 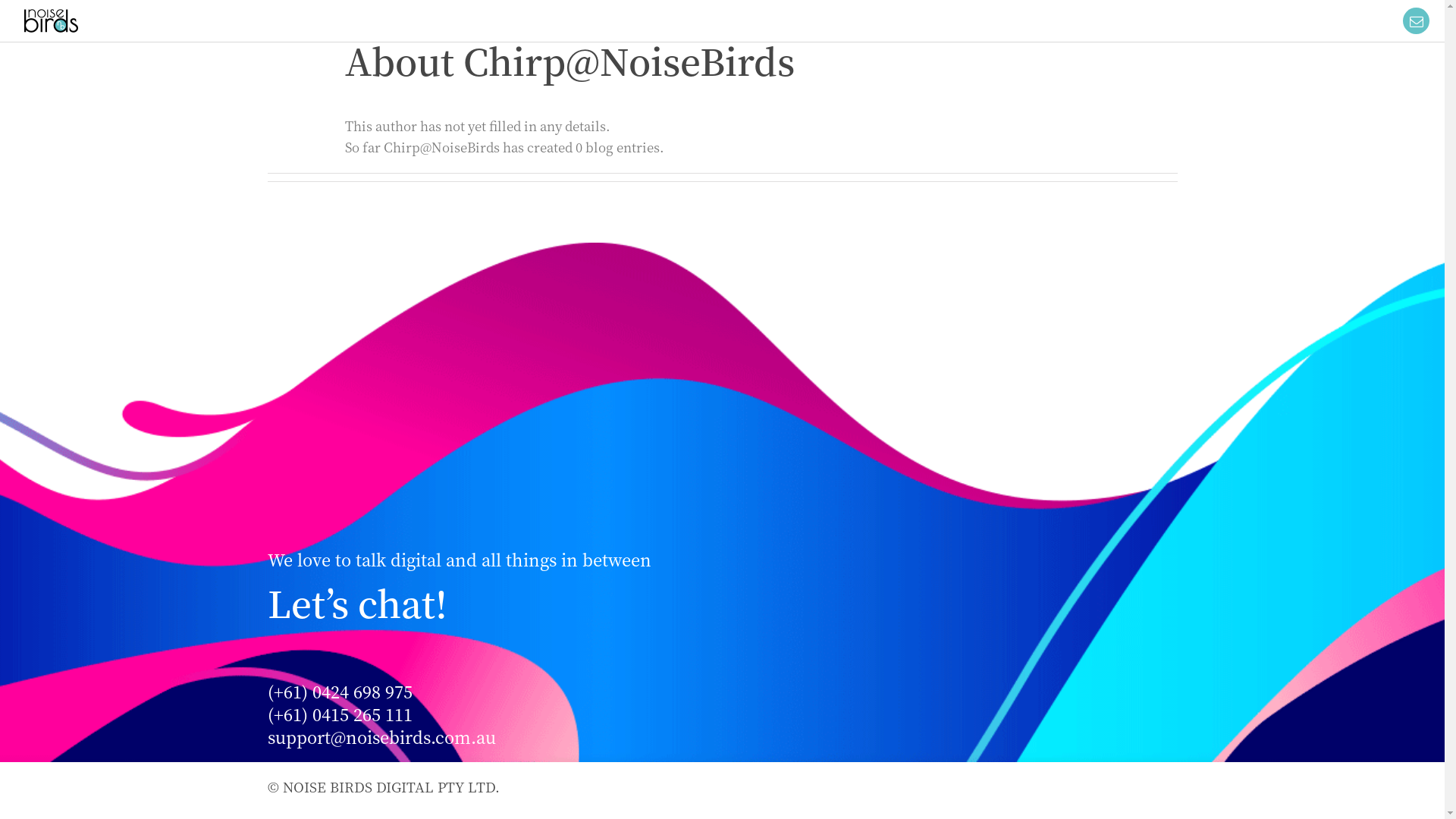 What do you see at coordinates (1415, 20) in the screenshot?
I see `'Toggle Sliding Bar Area'` at bounding box center [1415, 20].